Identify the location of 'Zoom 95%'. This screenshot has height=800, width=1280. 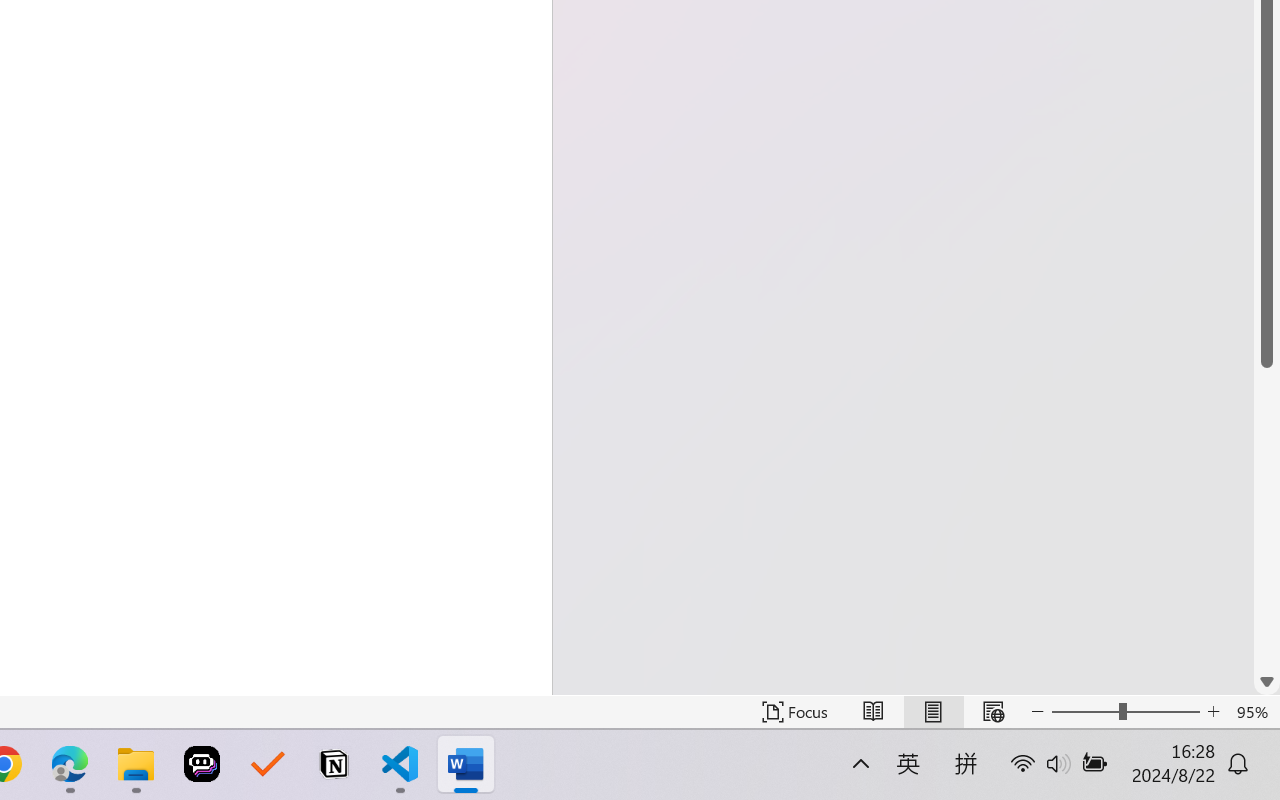
(1252, 711).